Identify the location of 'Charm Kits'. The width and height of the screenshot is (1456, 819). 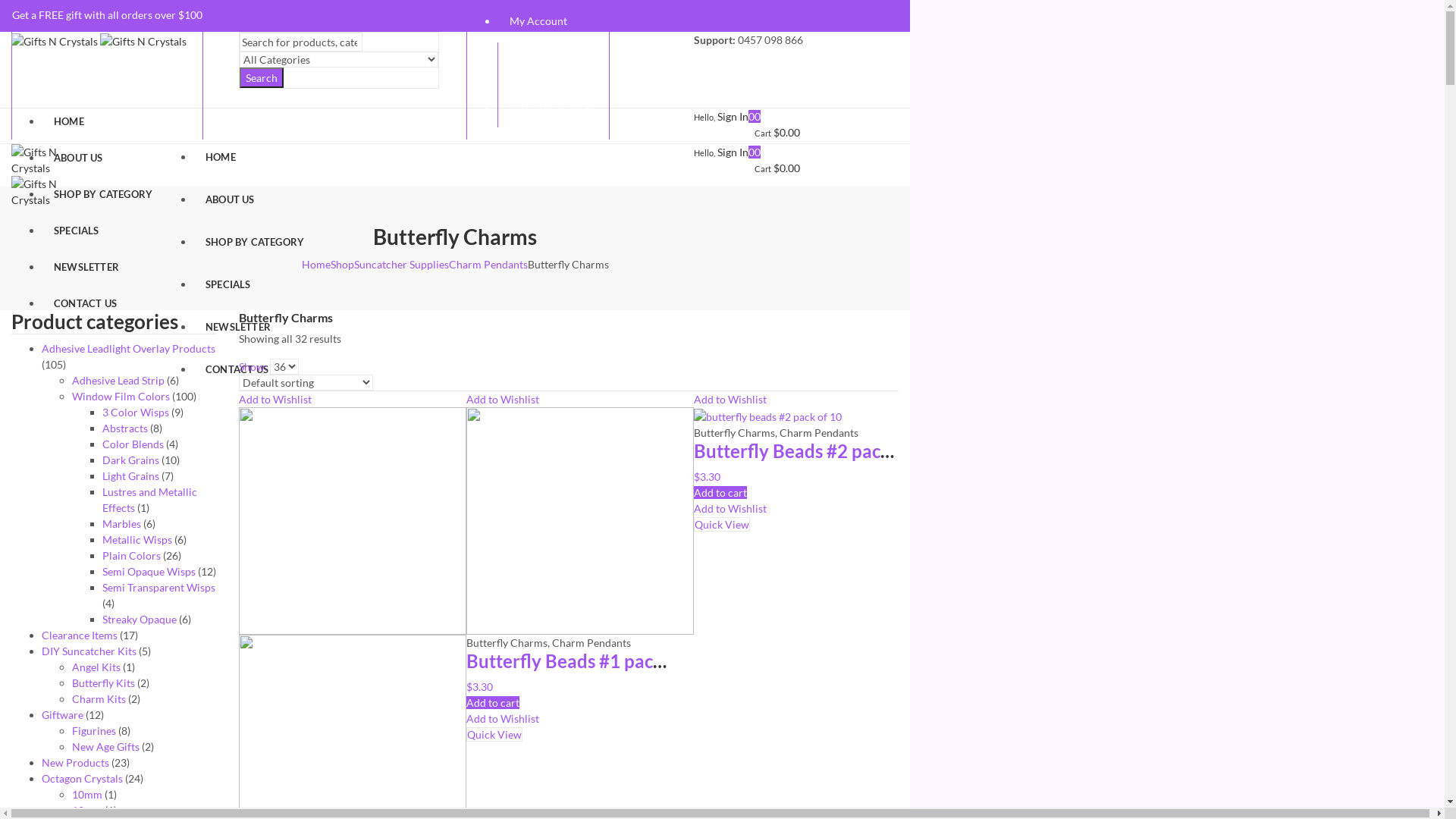
(98, 698).